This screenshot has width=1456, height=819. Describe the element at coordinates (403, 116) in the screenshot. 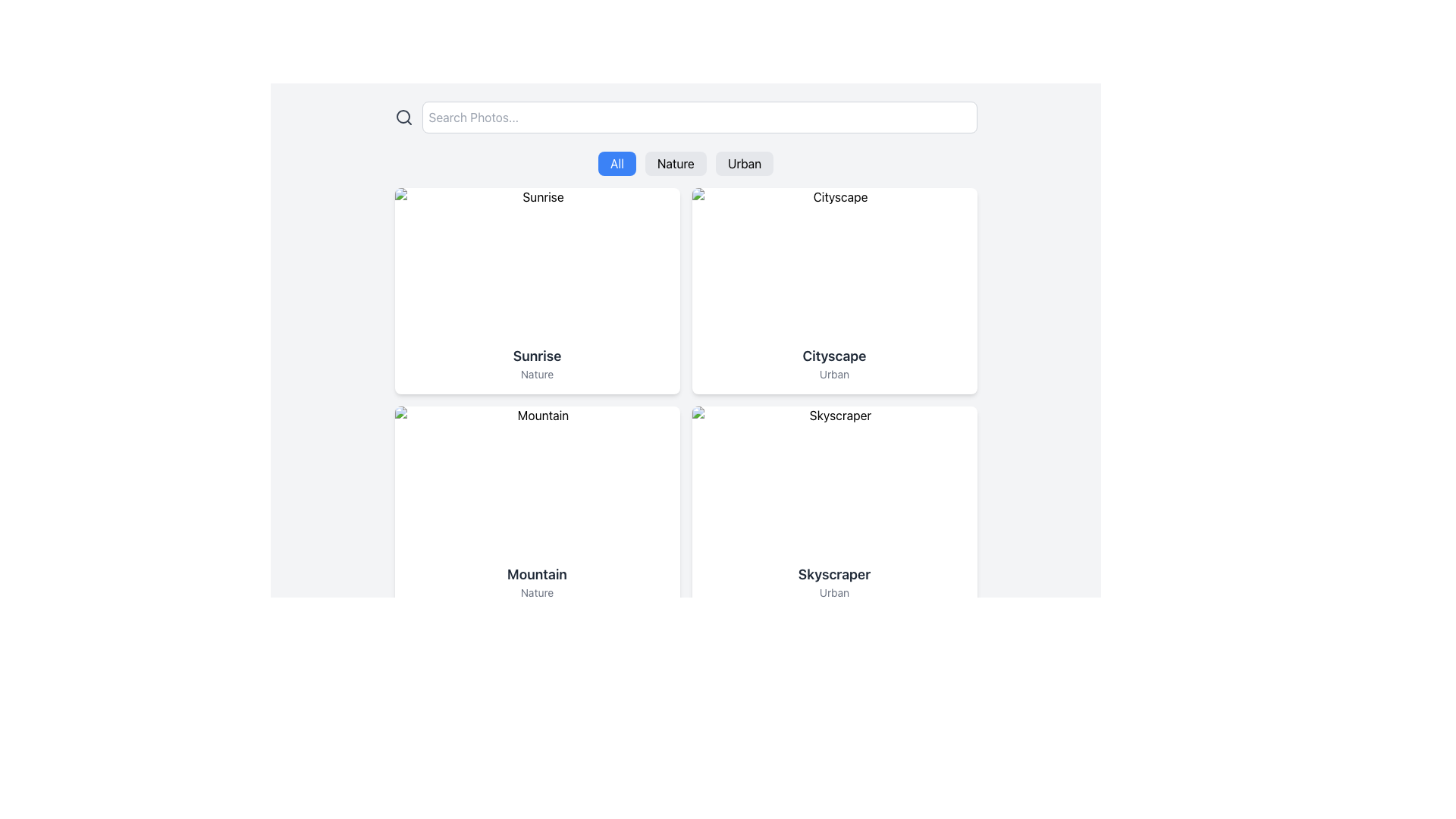

I see `the magnifying glass icon, which is dark gray and positioned on the leftmost side of the horizontal layout before the search input box` at that location.